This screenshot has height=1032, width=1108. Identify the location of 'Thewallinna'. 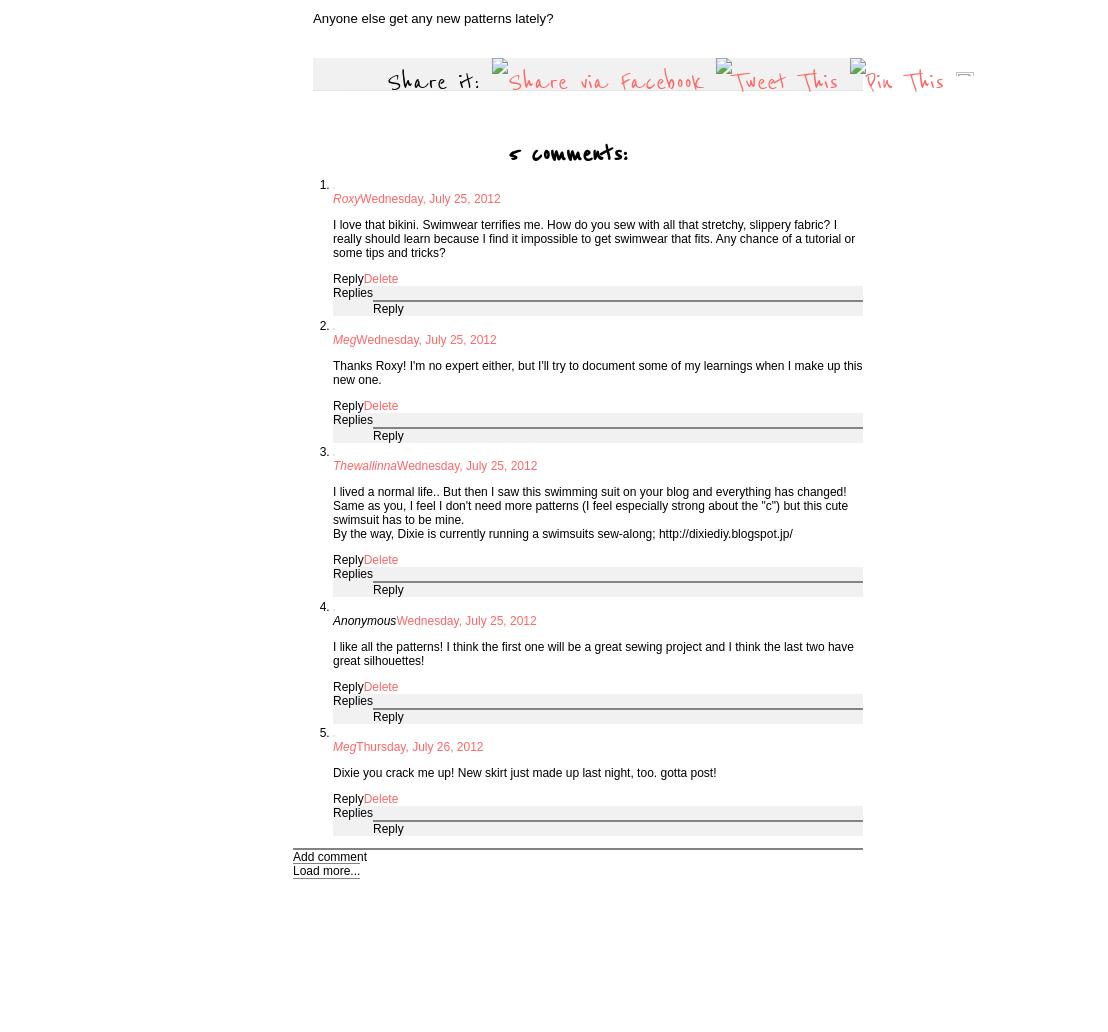
(363, 465).